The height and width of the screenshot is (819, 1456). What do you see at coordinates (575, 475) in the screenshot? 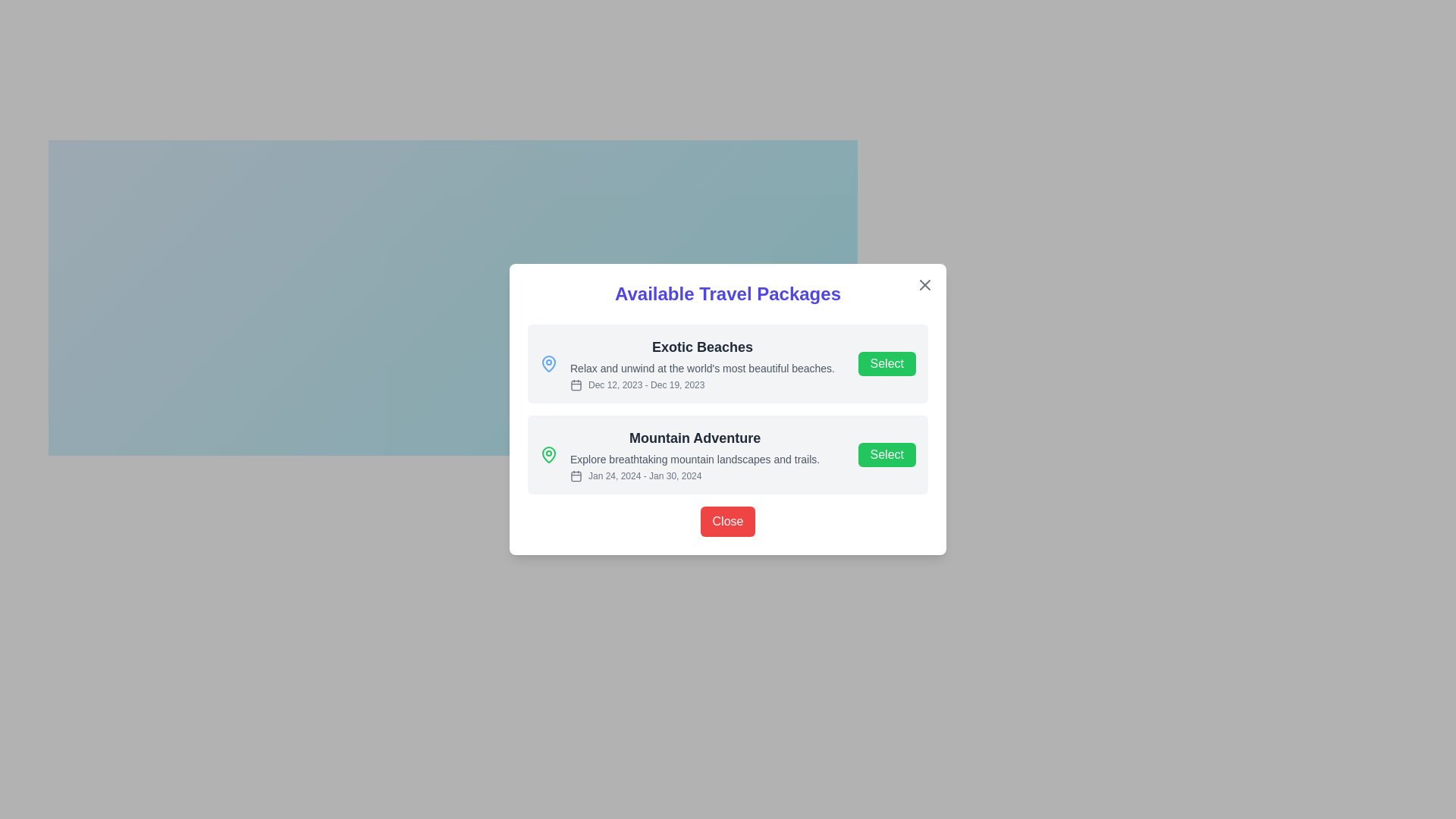
I see `the rounded rectangle within the calendar icon located in the second row of the modal, near the date range text for a travel package` at bounding box center [575, 475].